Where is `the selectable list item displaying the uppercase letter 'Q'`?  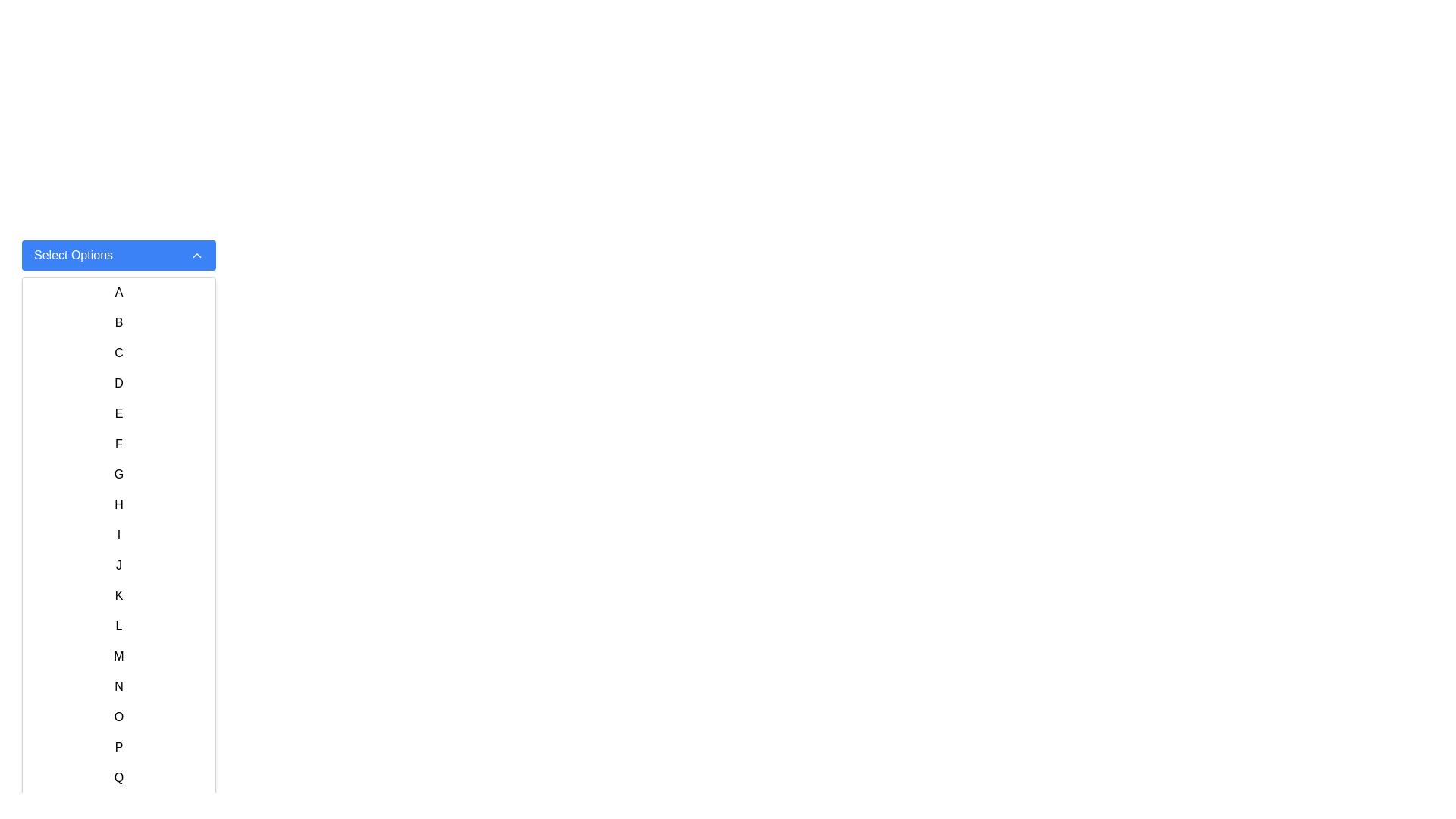 the selectable list item displaying the uppercase letter 'Q' is located at coordinates (118, 778).